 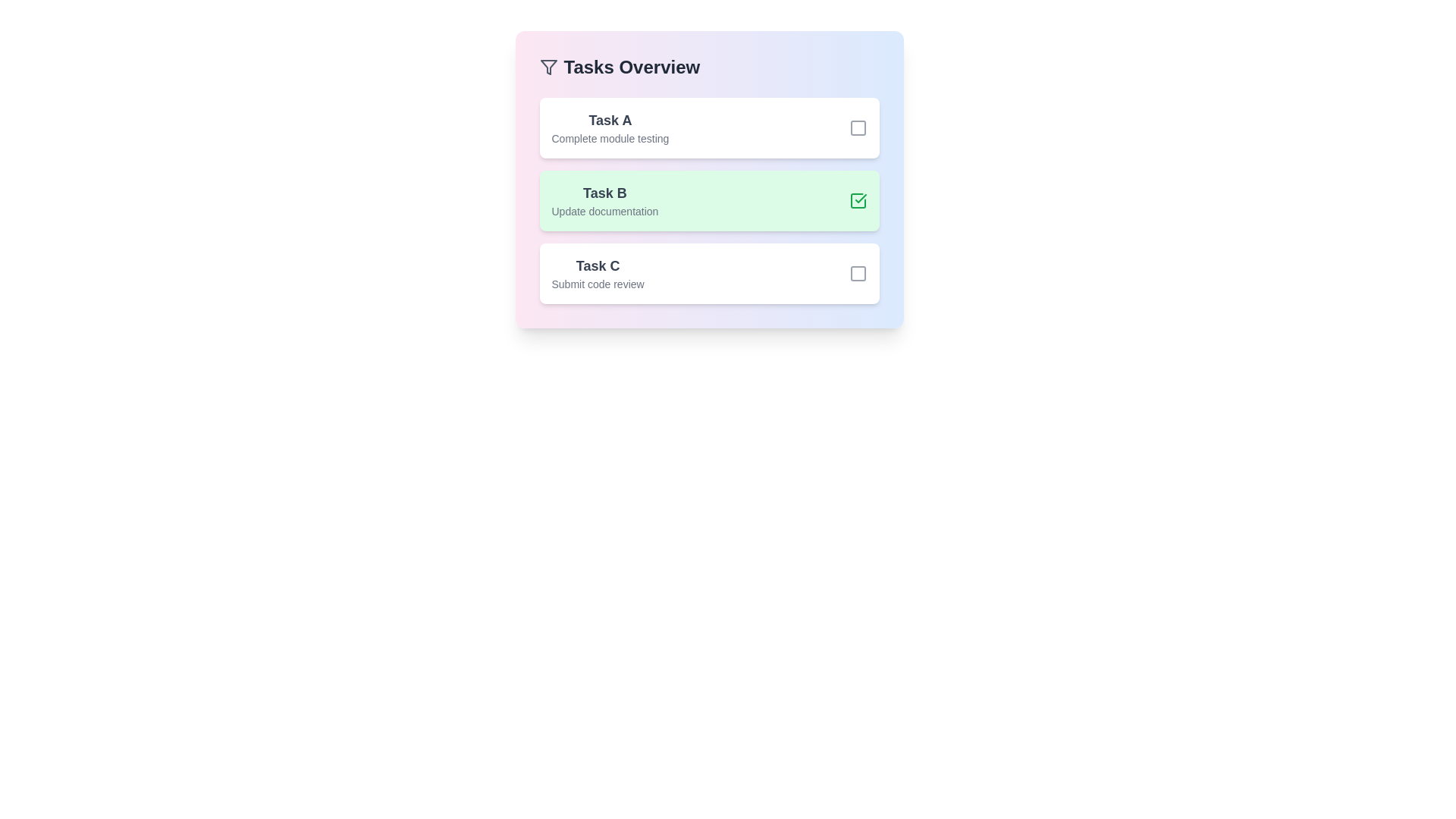 What do you see at coordinates (548, 66) in the screenshot?
I see `the filter icon to explore filtering options` at bounding box center [548, 66].